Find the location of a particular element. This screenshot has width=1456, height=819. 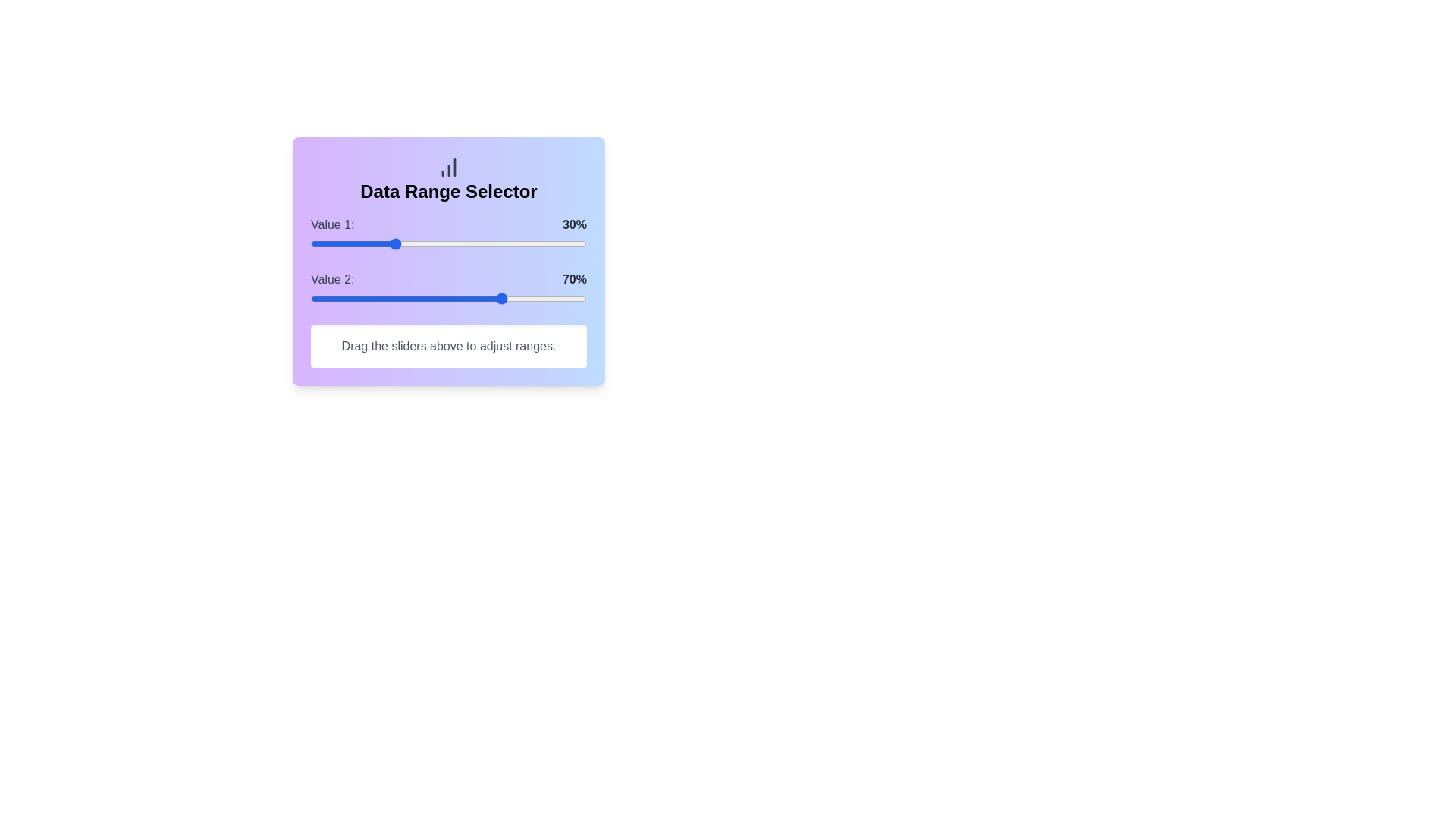

the slider for Value 1 to set its percentage to 33 is located at coordinates (402, 243).